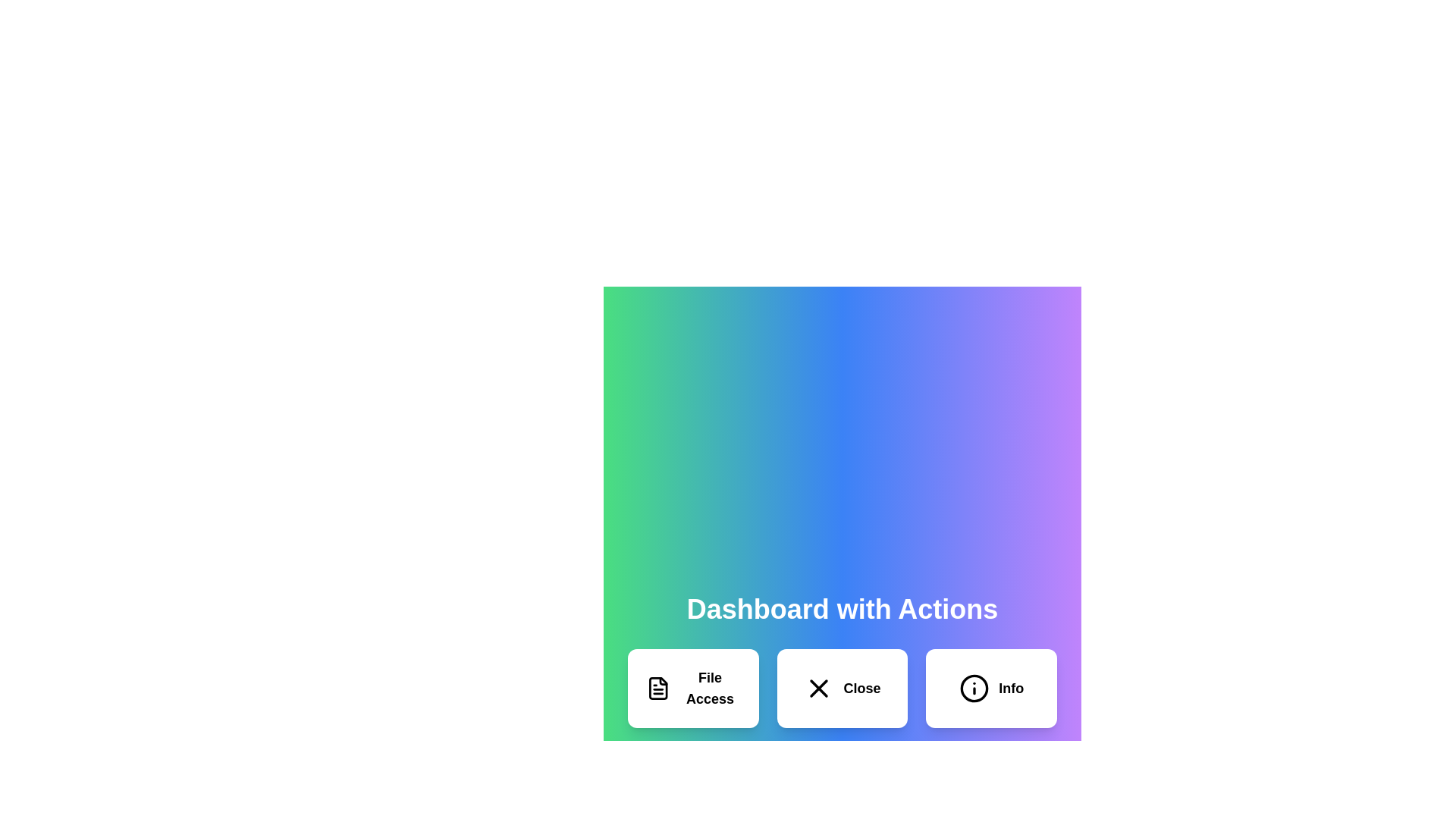 The image size is (1456, 819). I want to click on the interactive information button located in the third column of a grid layout, so click(991, 688).